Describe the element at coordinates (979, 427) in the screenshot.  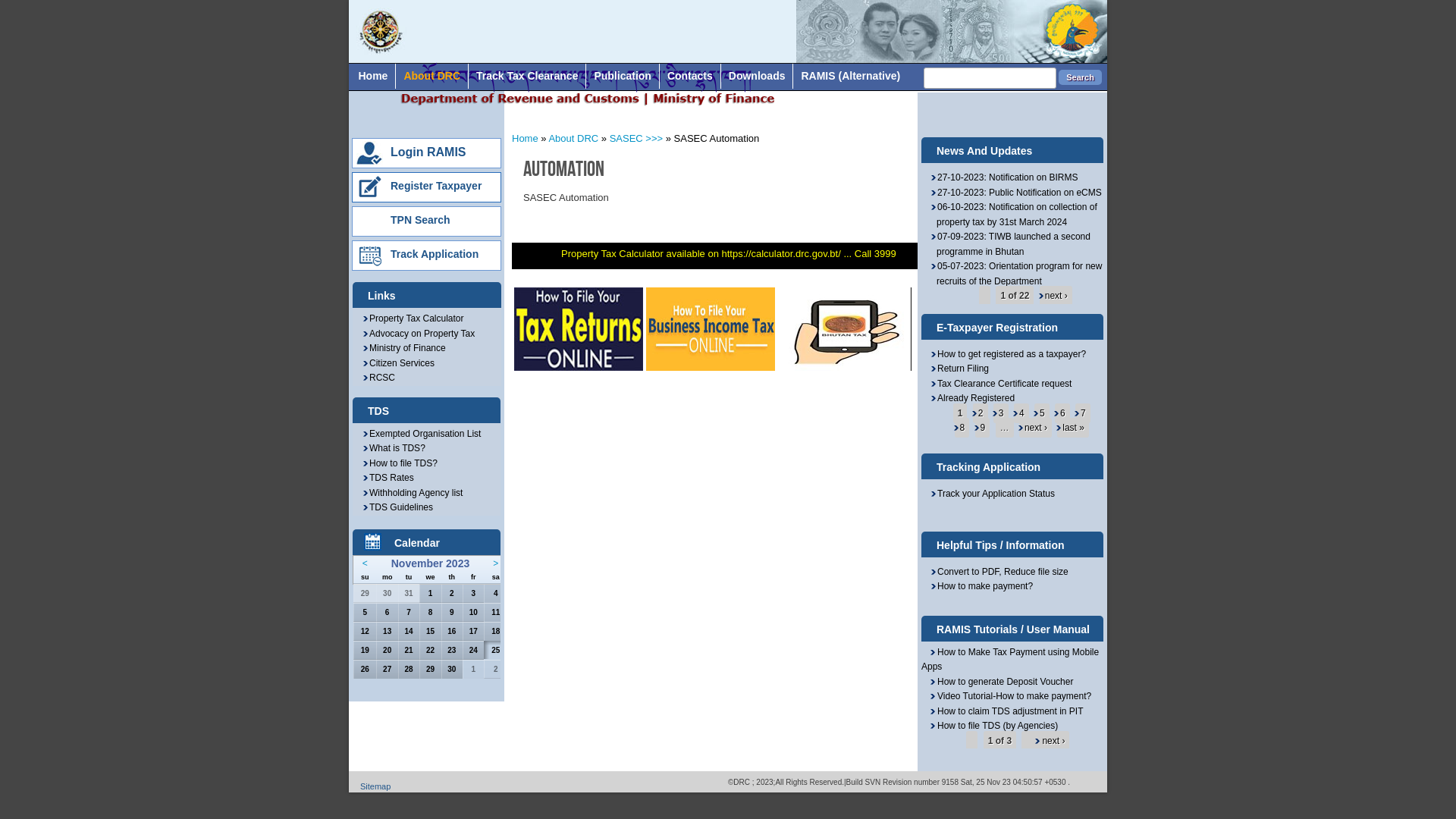
I see `'9'` at that location.